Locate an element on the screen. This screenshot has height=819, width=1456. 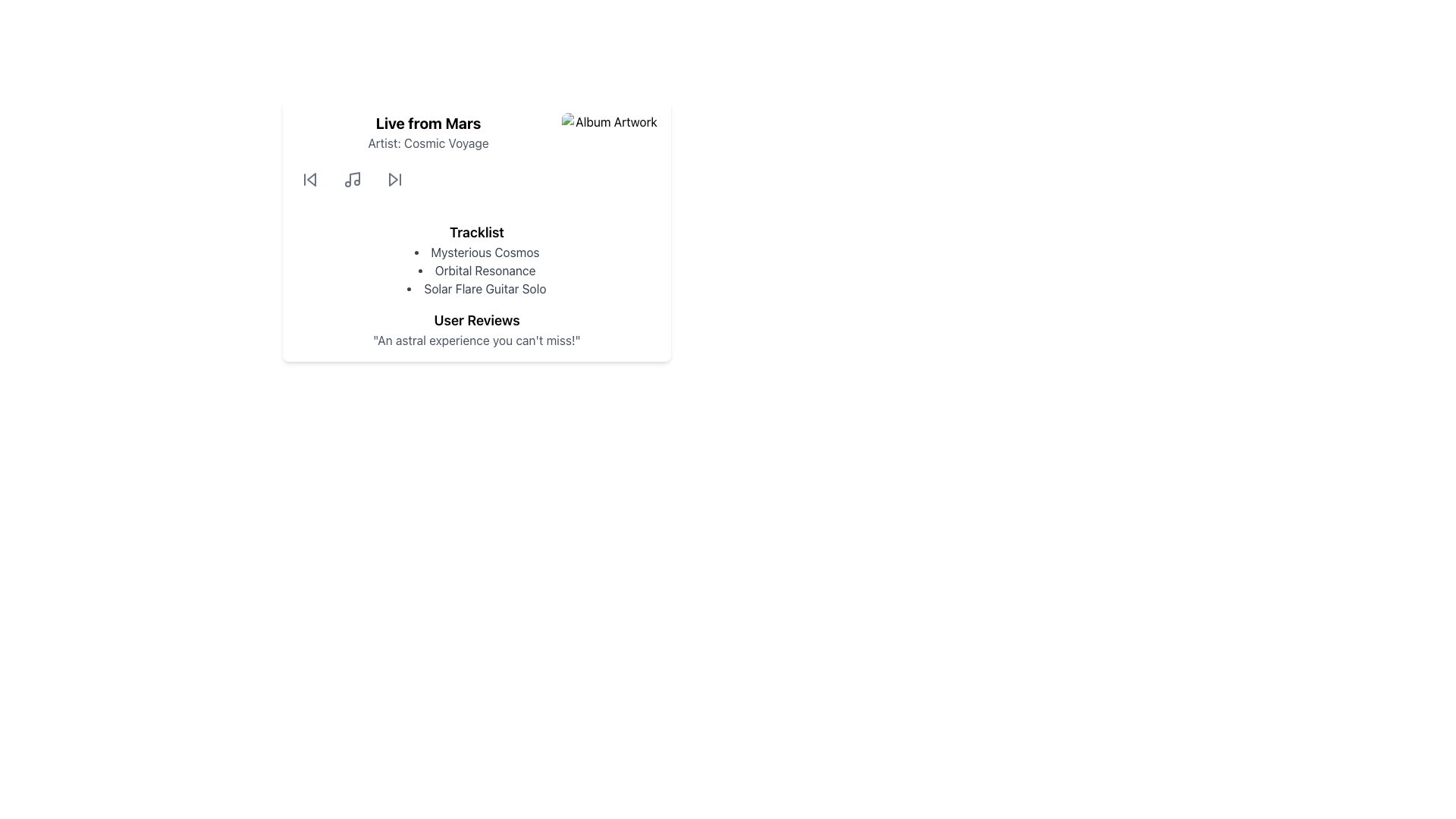
the fourth button in the row of controls to skip to the next item in the playlist is located at coordinates (395, 178).